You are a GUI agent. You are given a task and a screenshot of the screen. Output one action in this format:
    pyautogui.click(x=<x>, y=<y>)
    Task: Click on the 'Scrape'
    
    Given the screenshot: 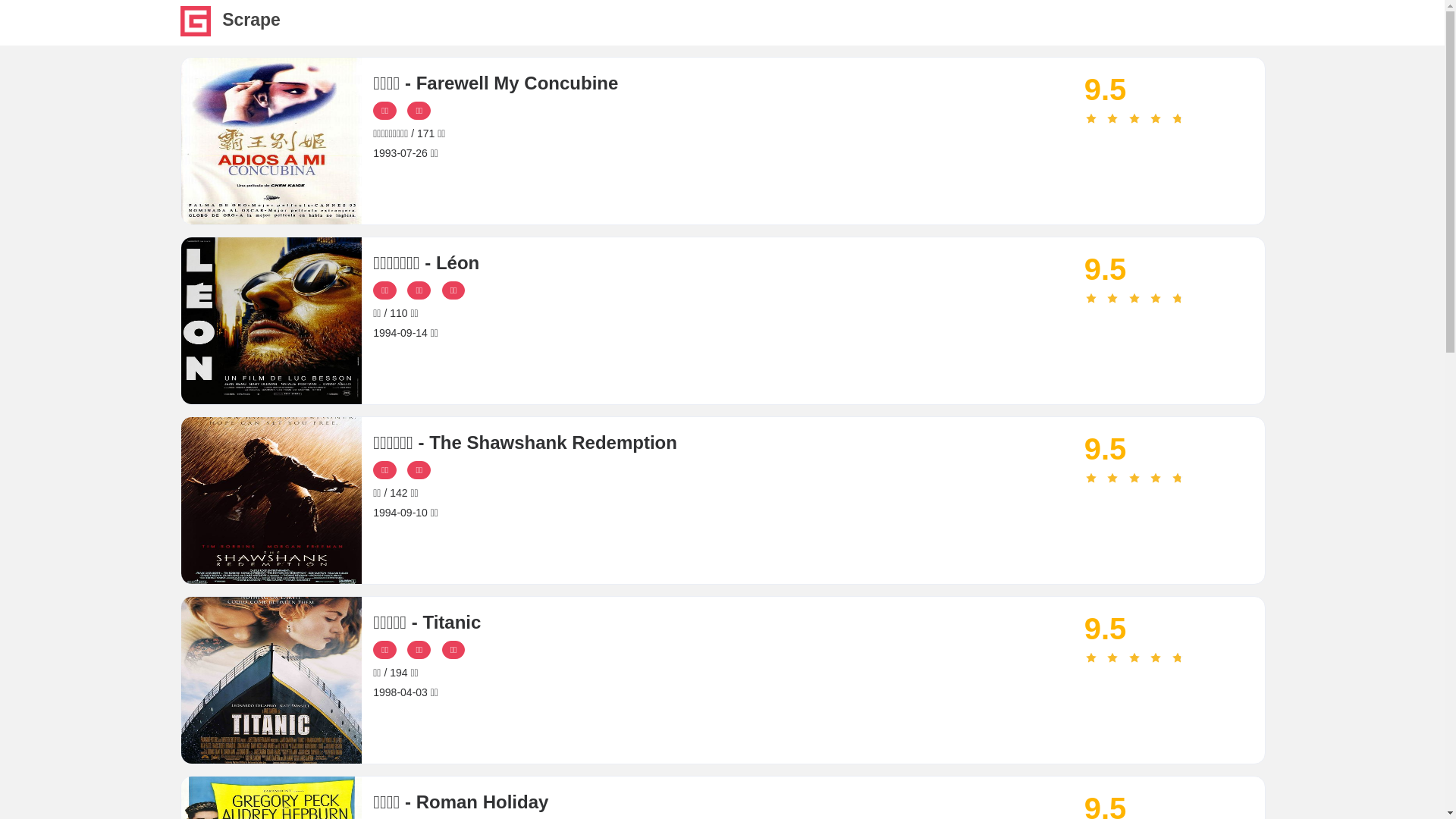 What is the action you would take?
    pyautogui.click(x=195, y=32)
    